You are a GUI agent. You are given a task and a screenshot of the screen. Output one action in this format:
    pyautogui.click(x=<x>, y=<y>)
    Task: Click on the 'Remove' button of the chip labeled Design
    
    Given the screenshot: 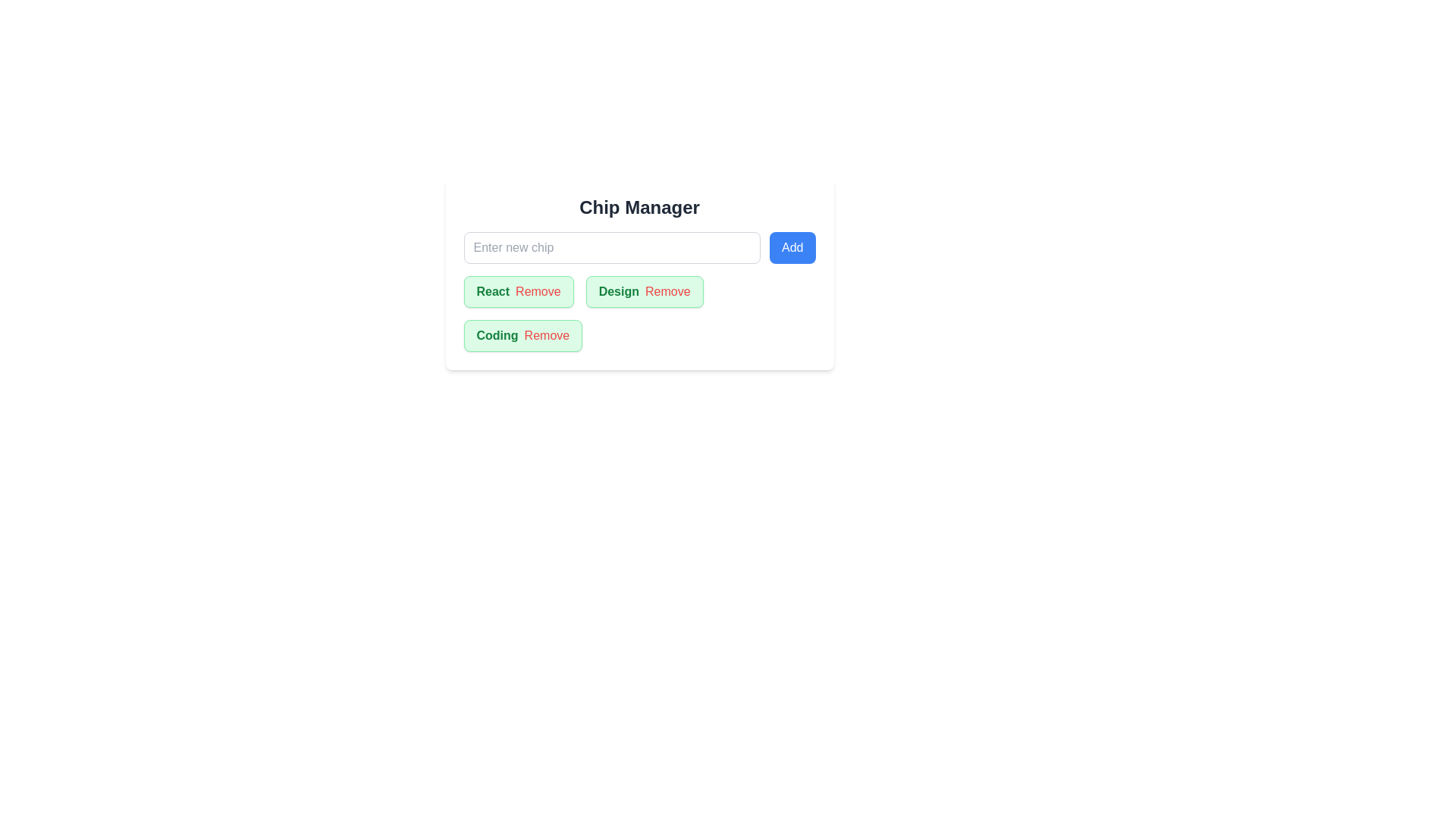 What is the action you would take?
    pyautogui.click(x=667, y=292)
    